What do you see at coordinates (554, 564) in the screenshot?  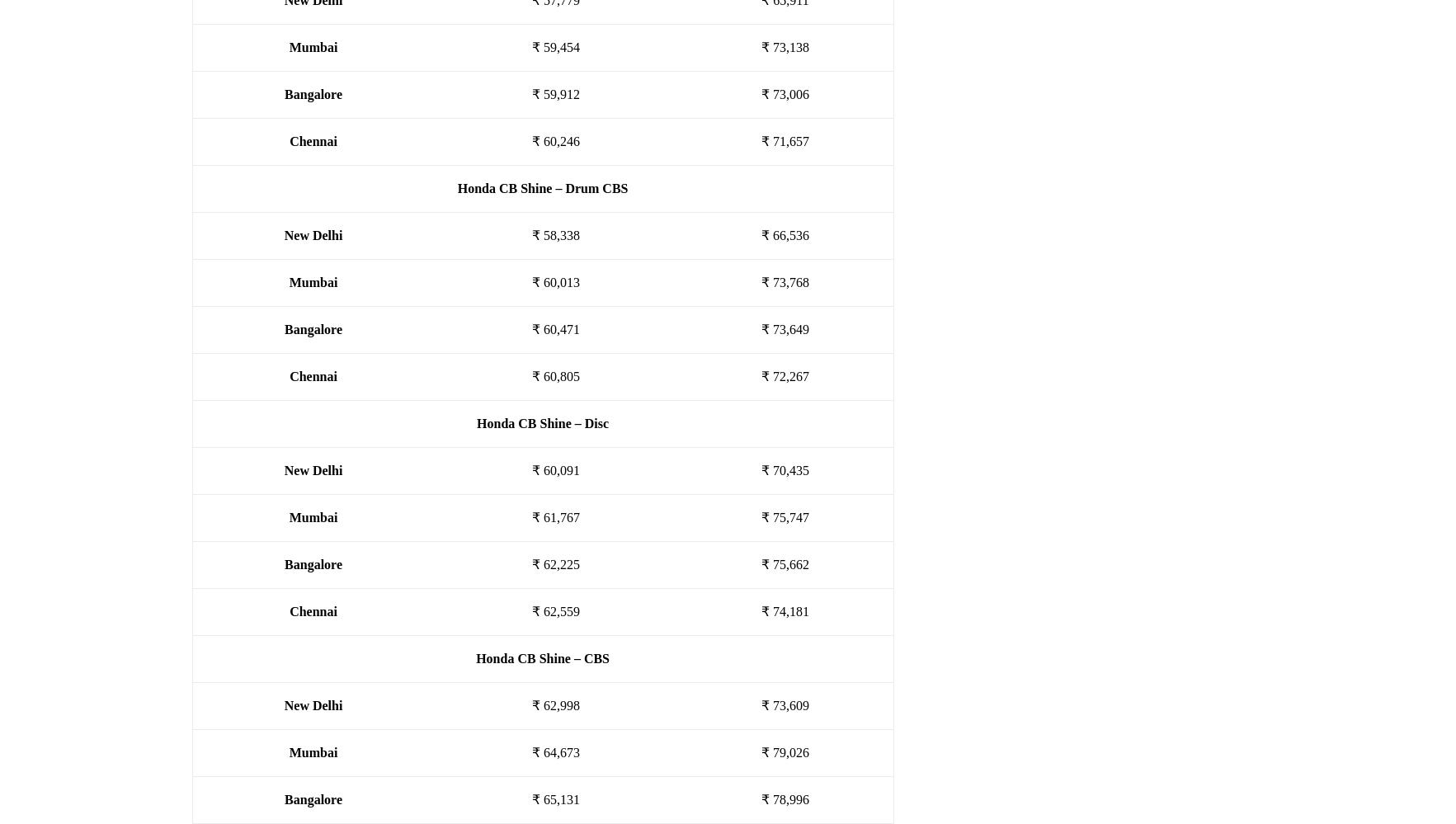 I see `'₹ 62,225'` at bounding box center [554, 564].